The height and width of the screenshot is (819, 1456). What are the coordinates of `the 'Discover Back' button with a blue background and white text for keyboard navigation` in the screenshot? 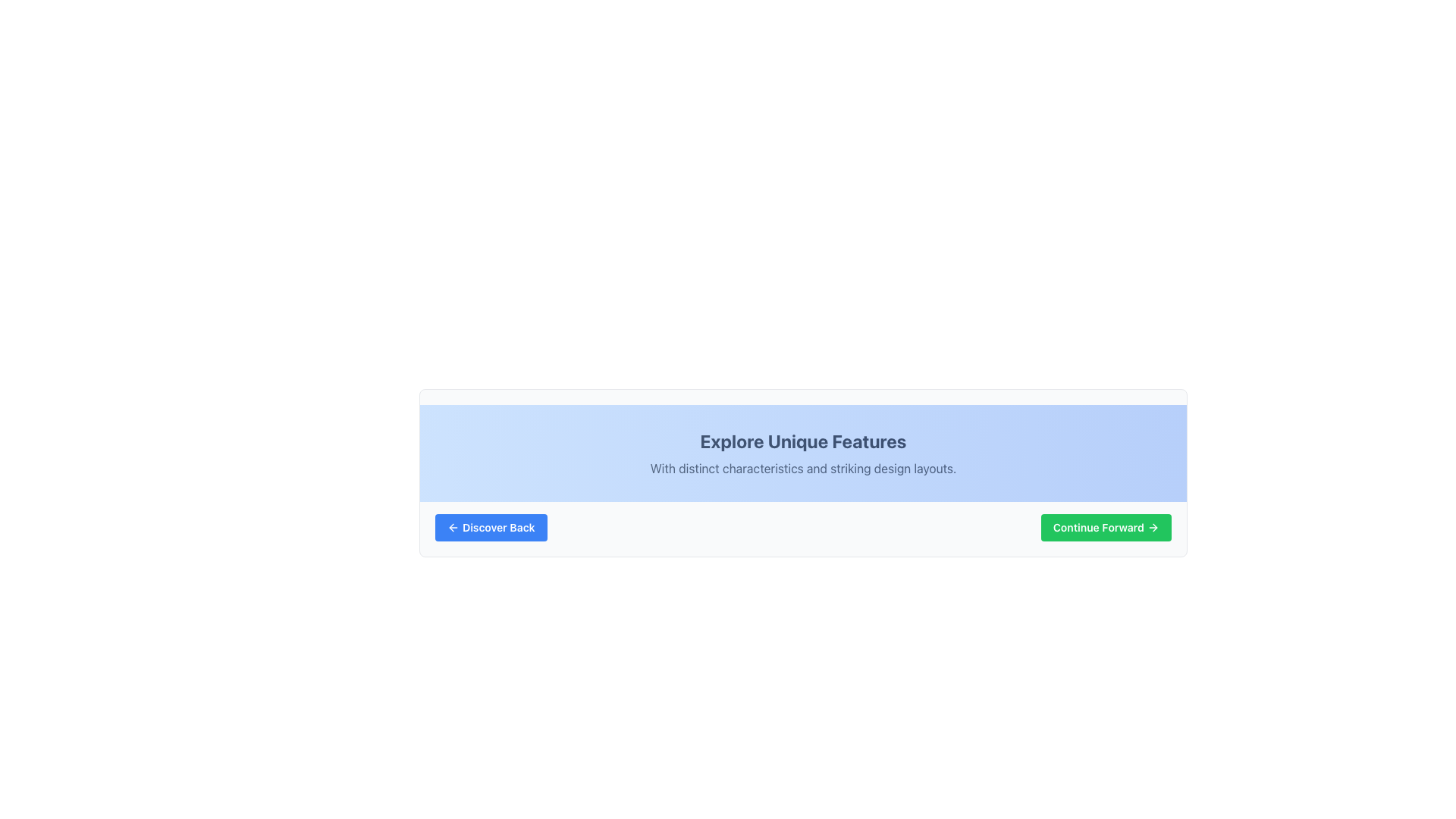 It's located at (491, 526).